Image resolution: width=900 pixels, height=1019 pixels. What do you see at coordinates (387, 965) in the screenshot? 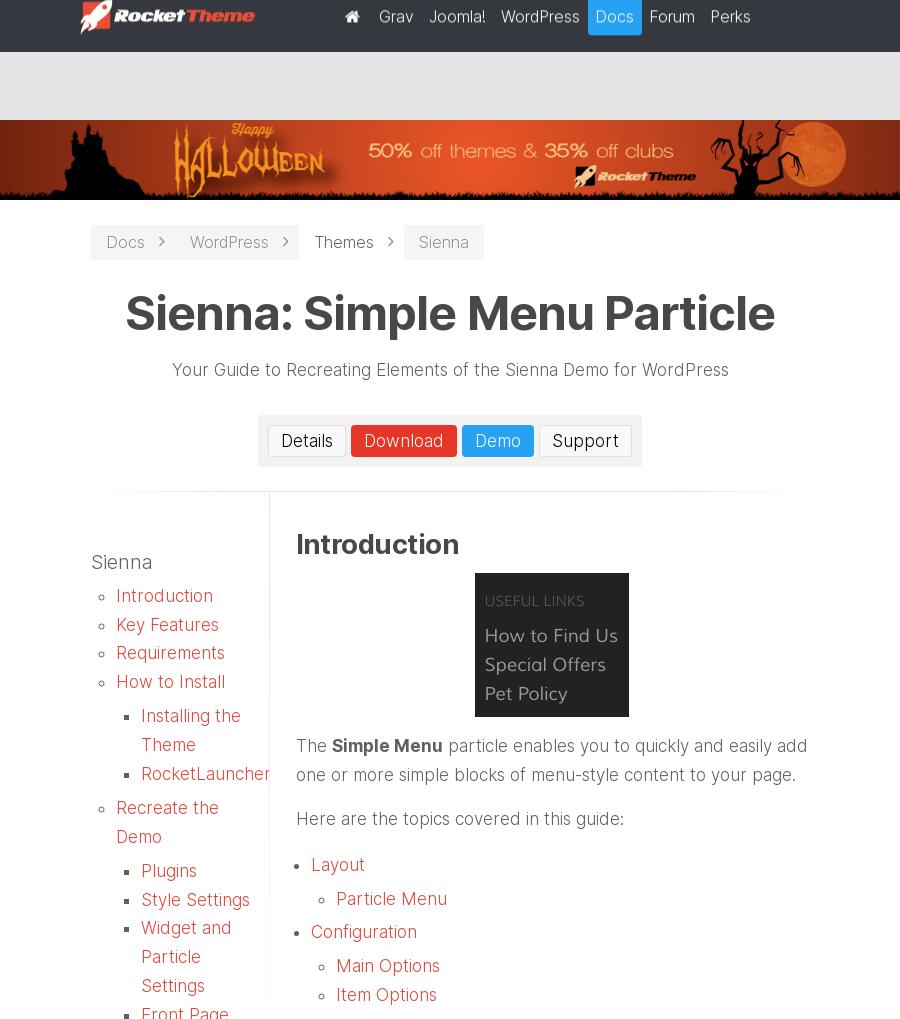
I see `'Main Options'` at bounding box center [387, 965].